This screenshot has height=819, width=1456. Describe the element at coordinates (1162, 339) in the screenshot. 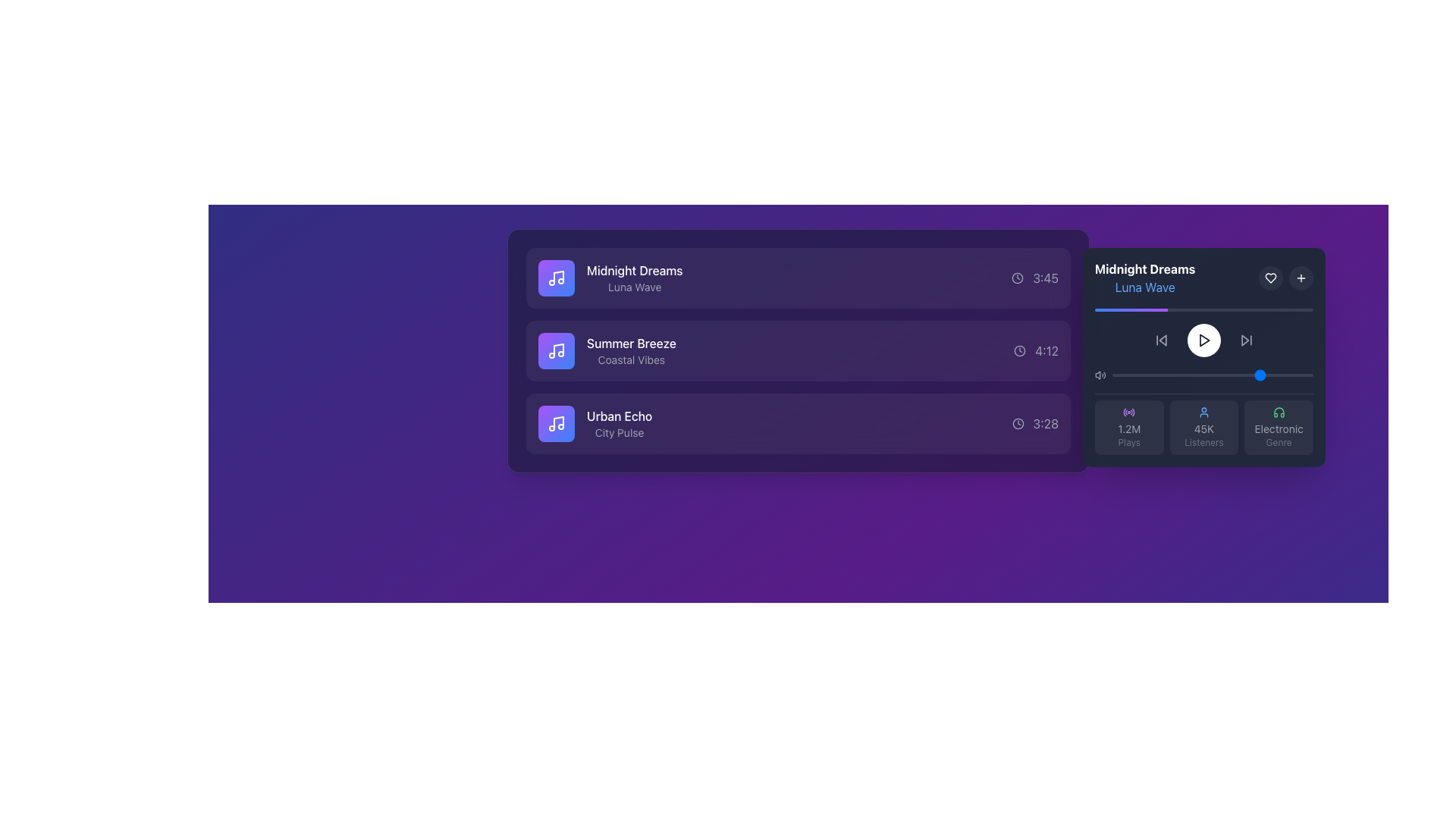

I see `the leftward-pointing triangular shape within the SVG icon of the media player interface, which is styled with no fill and a stroke property` at that location.